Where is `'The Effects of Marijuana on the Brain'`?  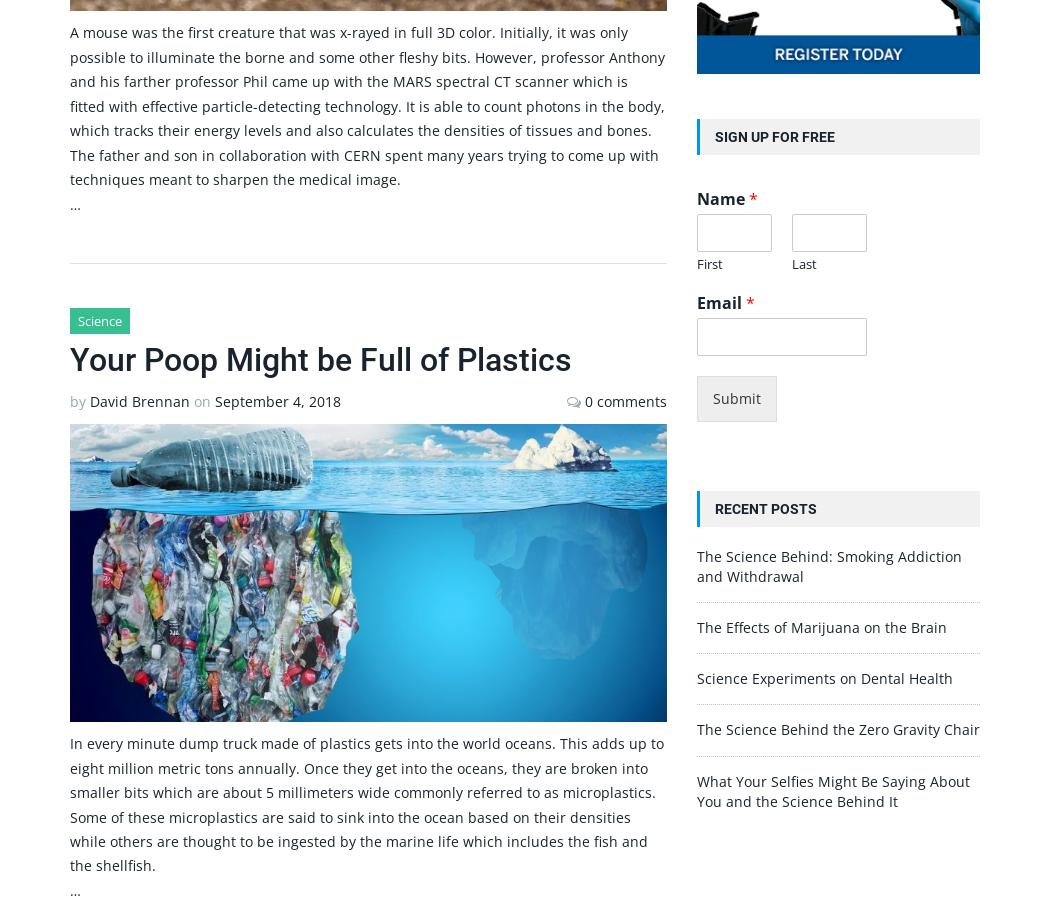 'The Effects of Marijuana on the Brain' is located at coordinates (696, 627).